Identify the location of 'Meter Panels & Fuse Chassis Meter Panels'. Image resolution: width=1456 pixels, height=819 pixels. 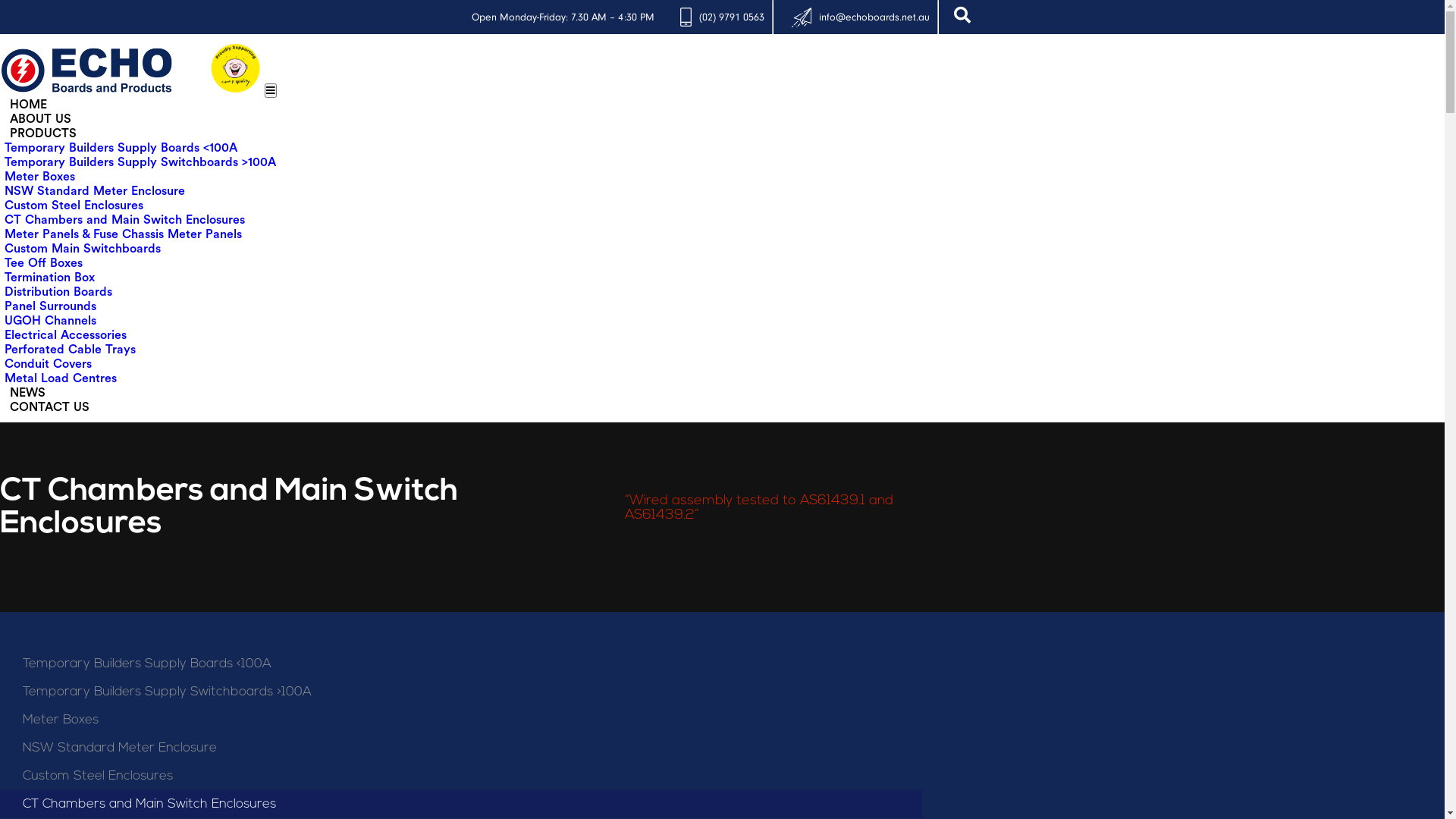
(123, 234).